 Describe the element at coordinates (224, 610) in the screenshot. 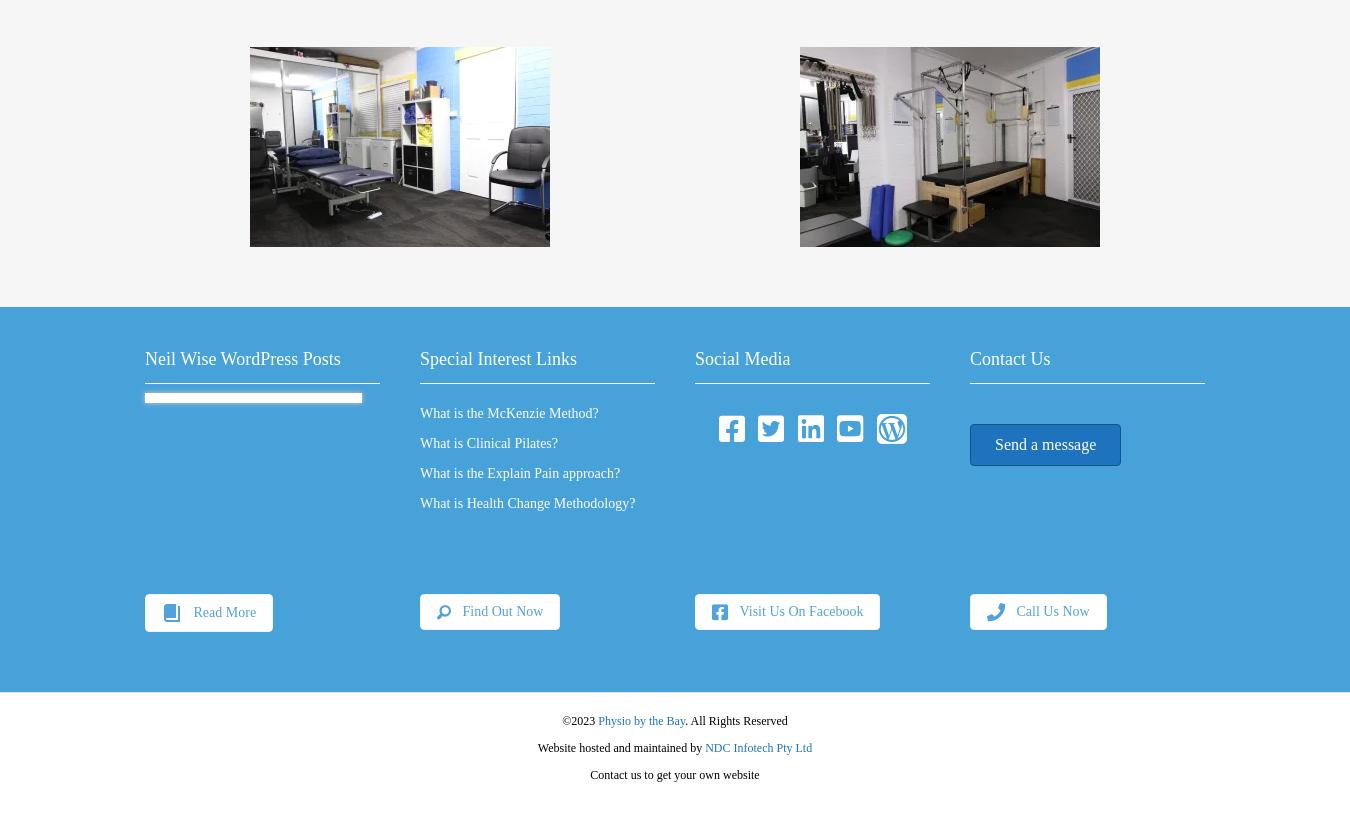

I see `'Read More'` at that location.